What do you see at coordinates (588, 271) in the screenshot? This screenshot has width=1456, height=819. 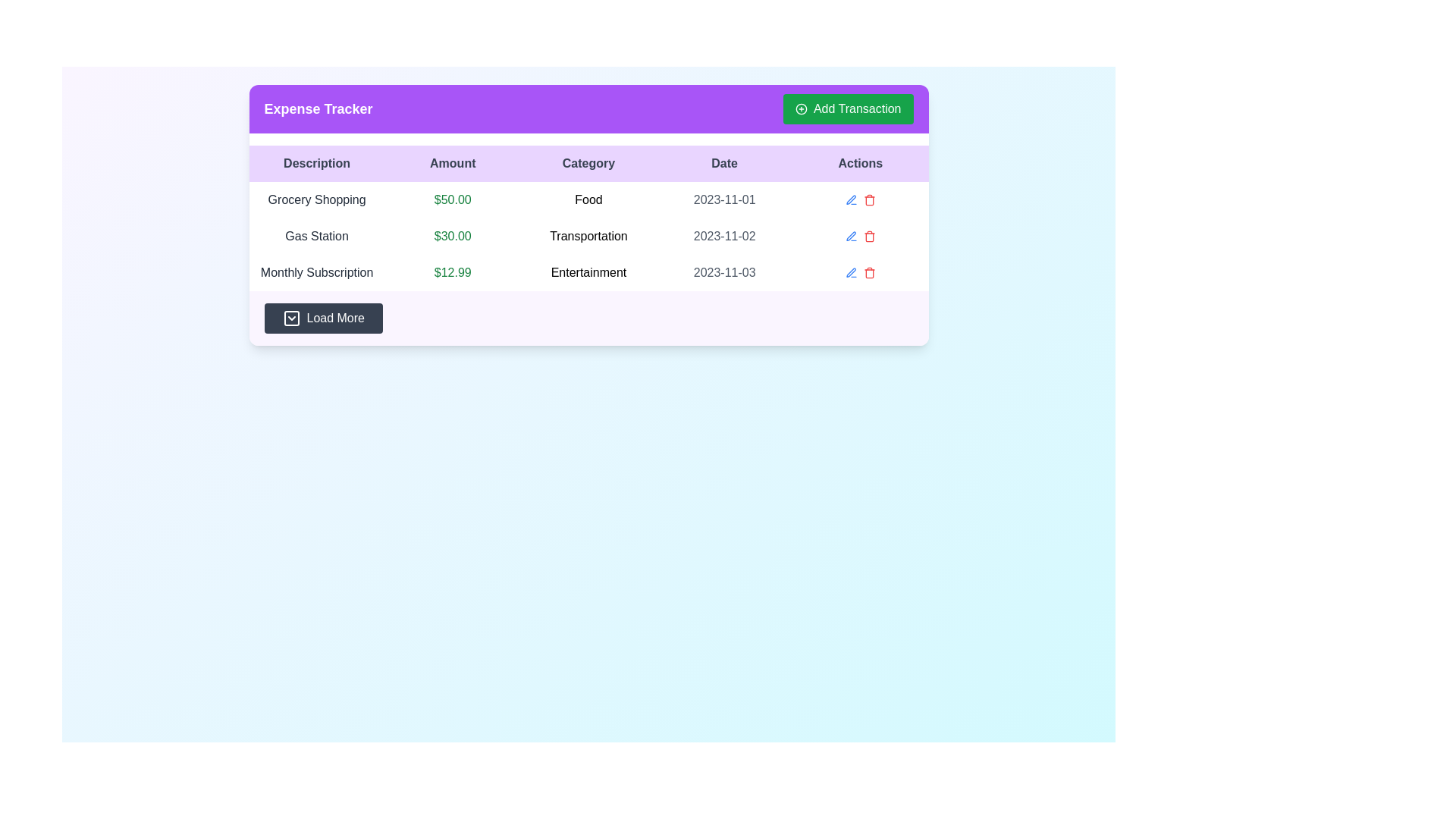 I see `the Text Label in the 'Category' column that identifies 'Entertainment' in the third row of the table, located between the price '$12.99' and the date '2023-11-03'` at bounding box center [588, 271].